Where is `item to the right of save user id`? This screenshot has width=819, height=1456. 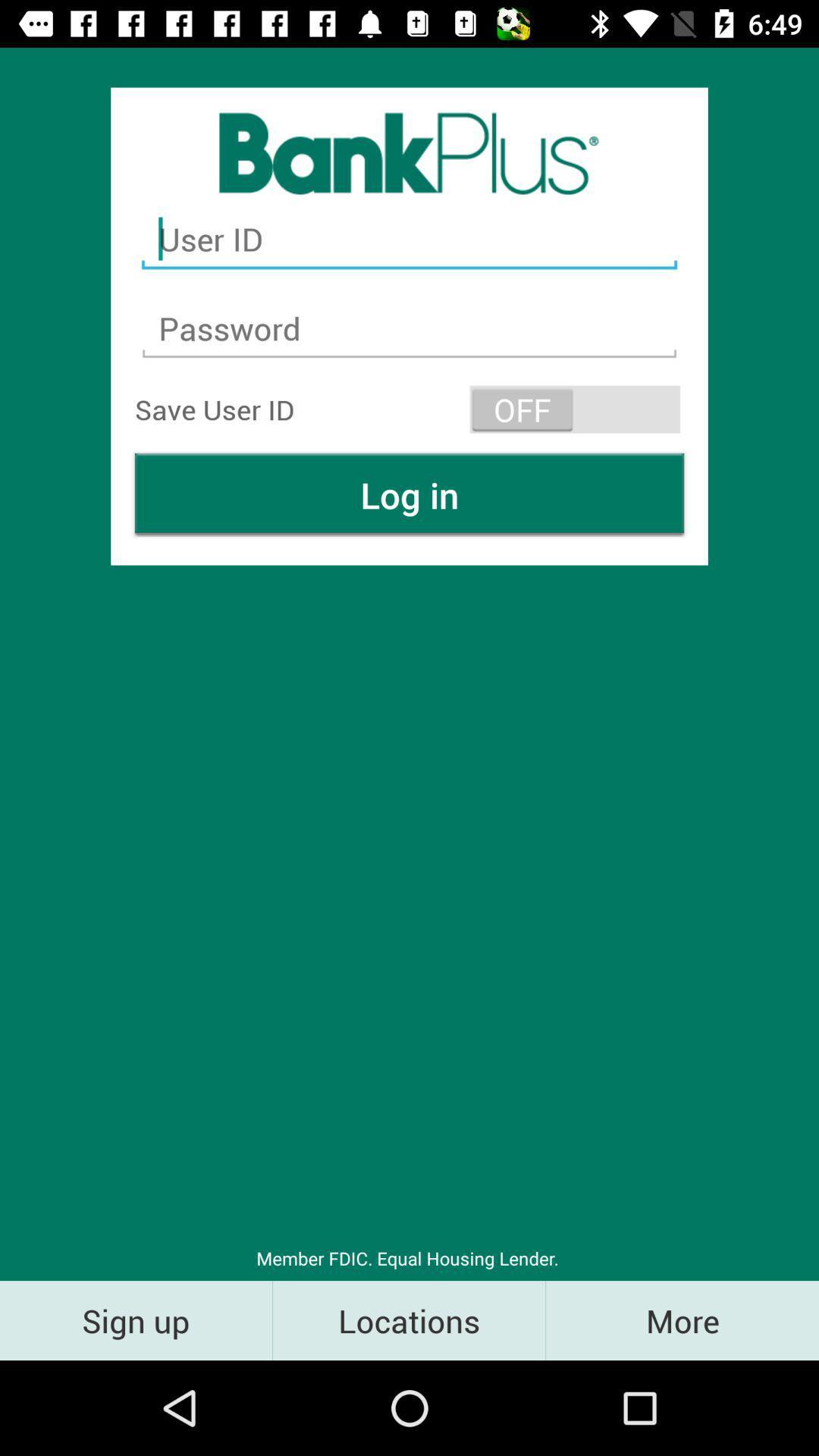
item to the right of save user id is located at coordinates (575, 409).